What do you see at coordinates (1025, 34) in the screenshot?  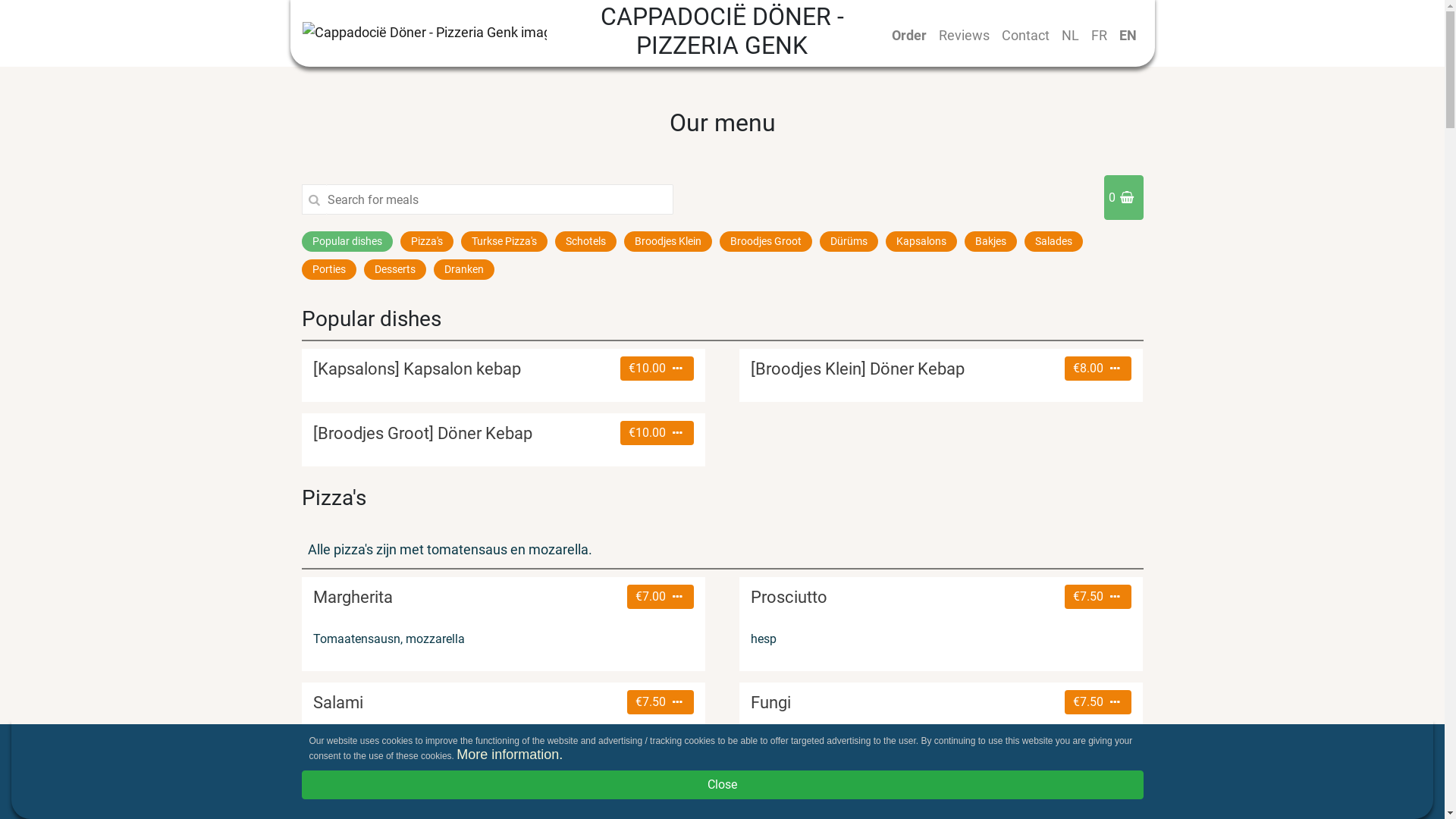 I see `'Contact'` at bounding box center [1025, 34].